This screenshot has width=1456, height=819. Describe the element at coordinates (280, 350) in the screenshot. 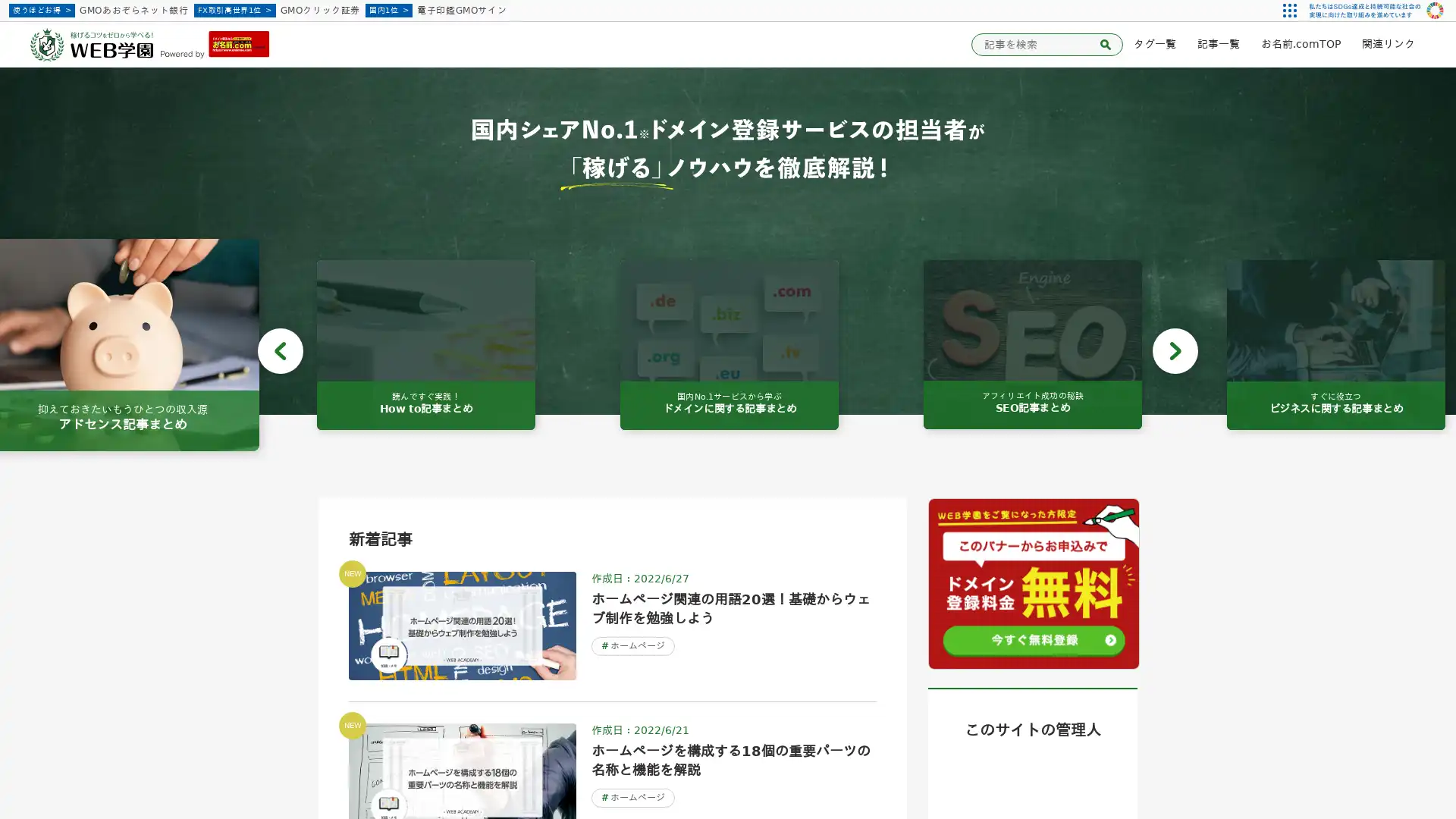

I see `Previous slide` at that location.